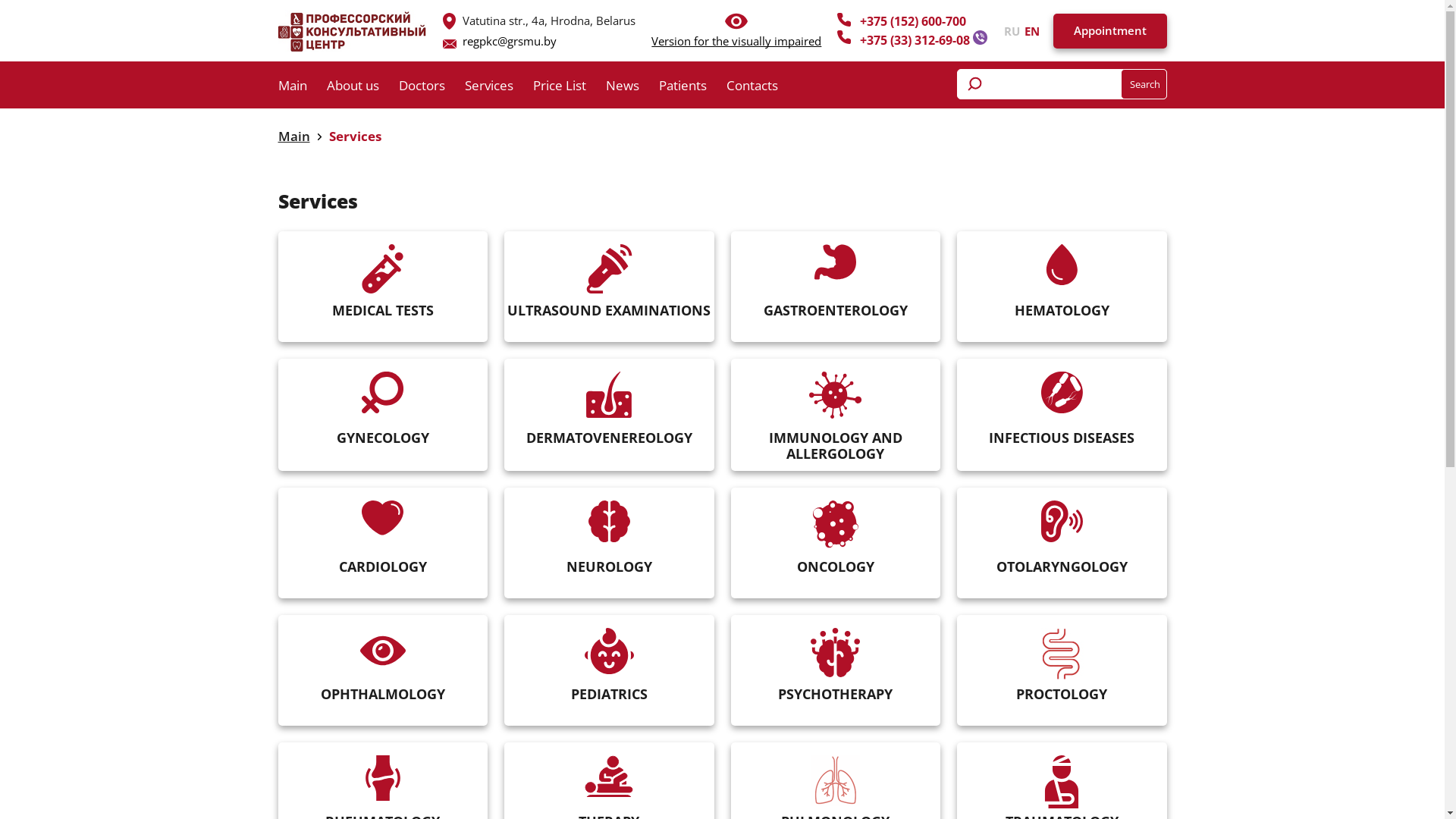 The width and height of the screenshot is (1456, 819). I want to click on 'Services', so click(498, 88).